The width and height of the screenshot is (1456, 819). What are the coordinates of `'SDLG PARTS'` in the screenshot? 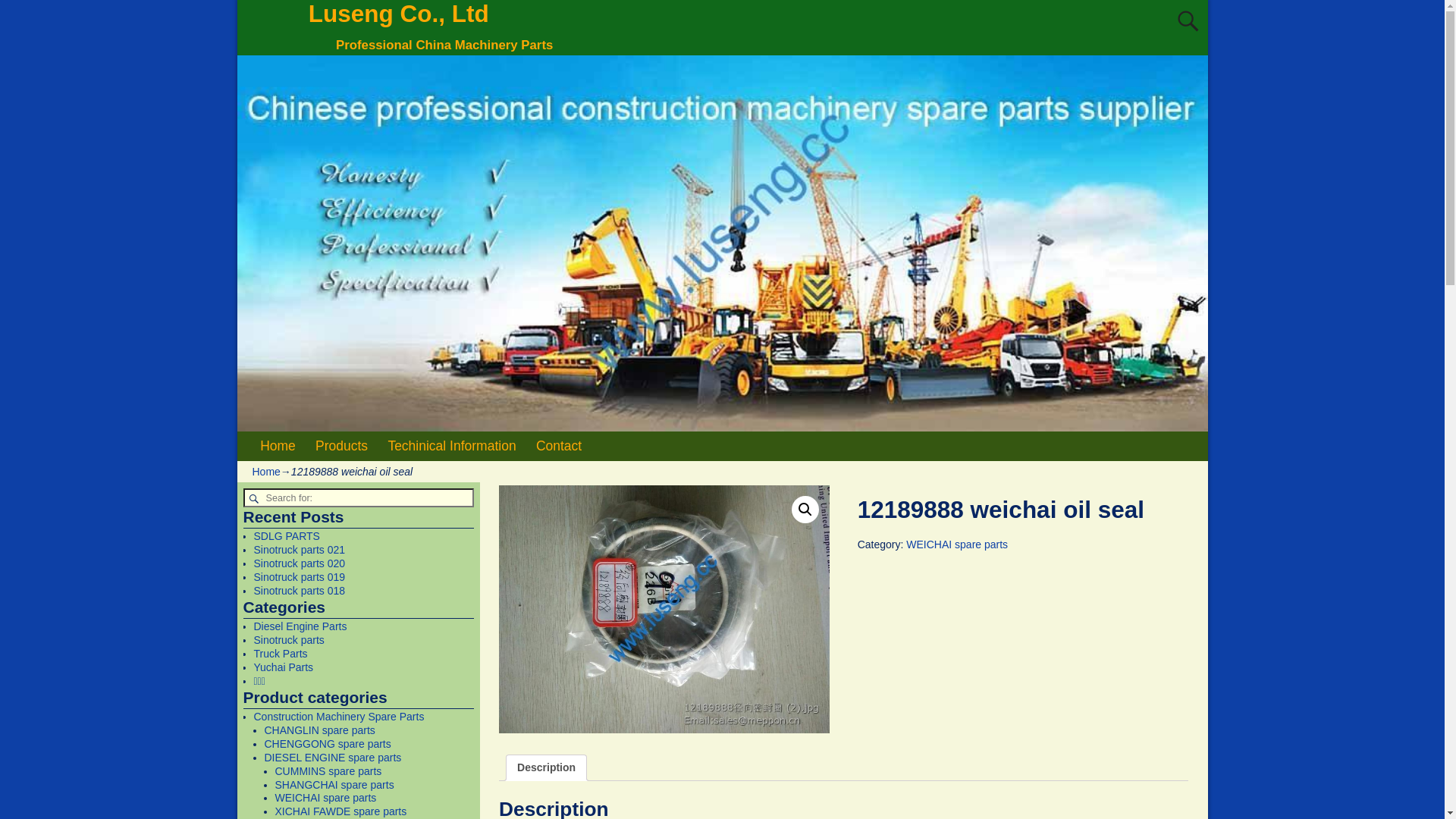 It's located at (286, 535).